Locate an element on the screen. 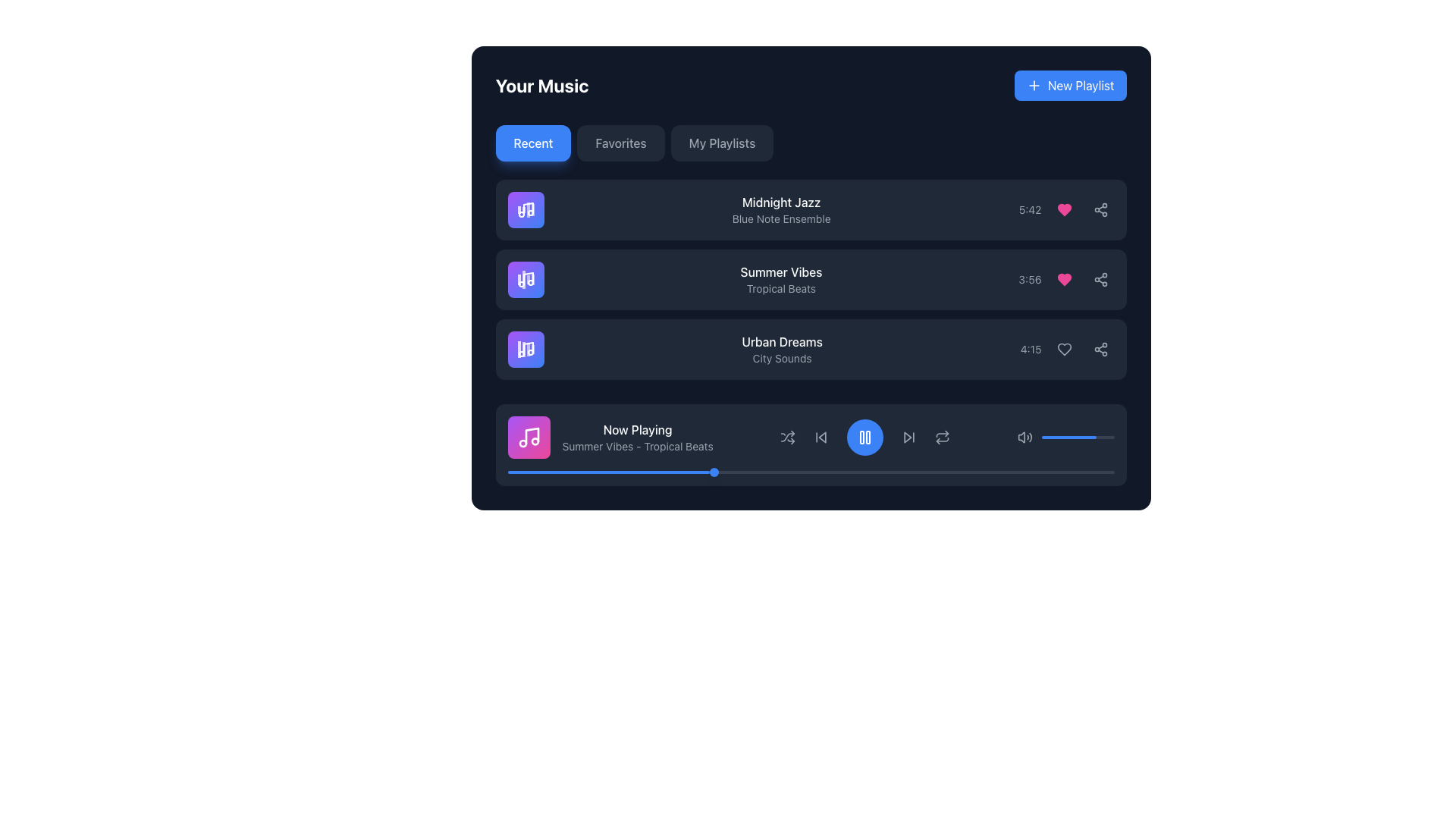 This screenshot has width=1456, height=819. the text label of the music track located in the second row, between 'Midnight Jazz' and 'Urban Dreams' is located at coordinates (781, 280).